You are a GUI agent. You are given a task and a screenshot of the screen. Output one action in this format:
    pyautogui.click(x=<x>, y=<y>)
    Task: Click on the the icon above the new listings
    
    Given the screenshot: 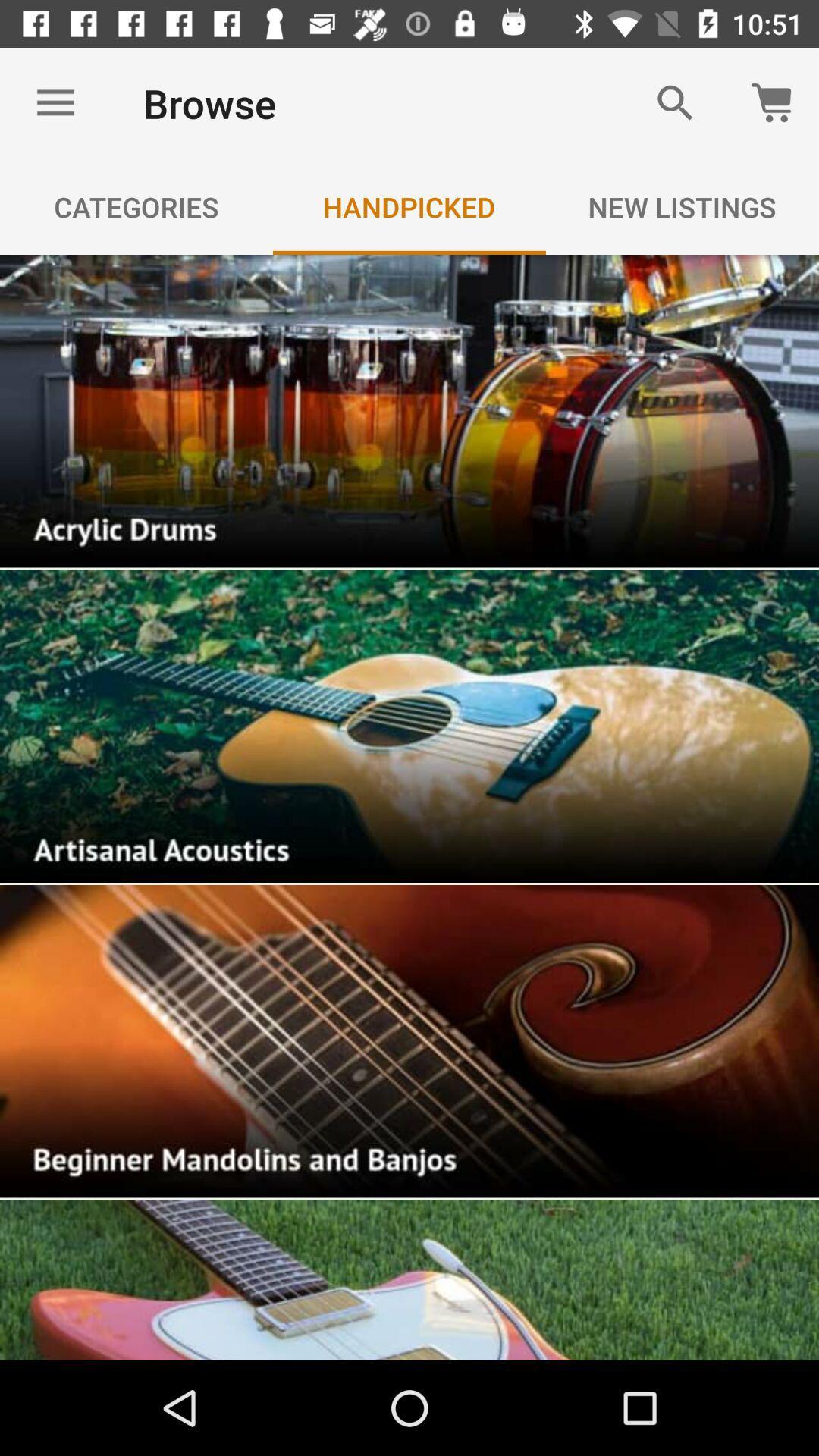 What is the action you would take?
    pyautogui.click(x=675, y=102)
    